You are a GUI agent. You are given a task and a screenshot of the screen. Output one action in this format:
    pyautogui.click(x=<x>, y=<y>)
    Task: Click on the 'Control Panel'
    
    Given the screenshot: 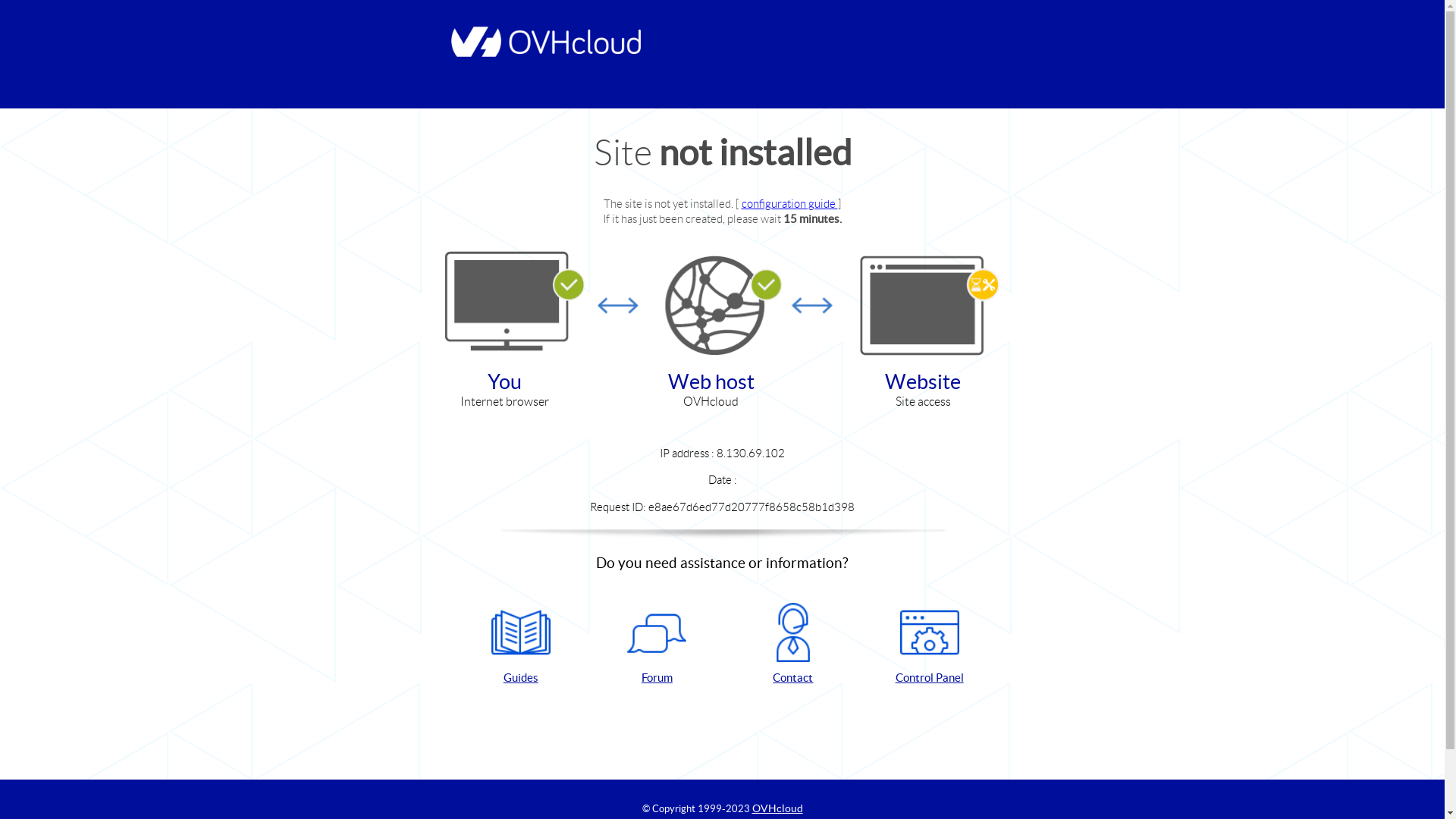 What is the action you would take?
    pyautogui.click(x=928, y=644)
    